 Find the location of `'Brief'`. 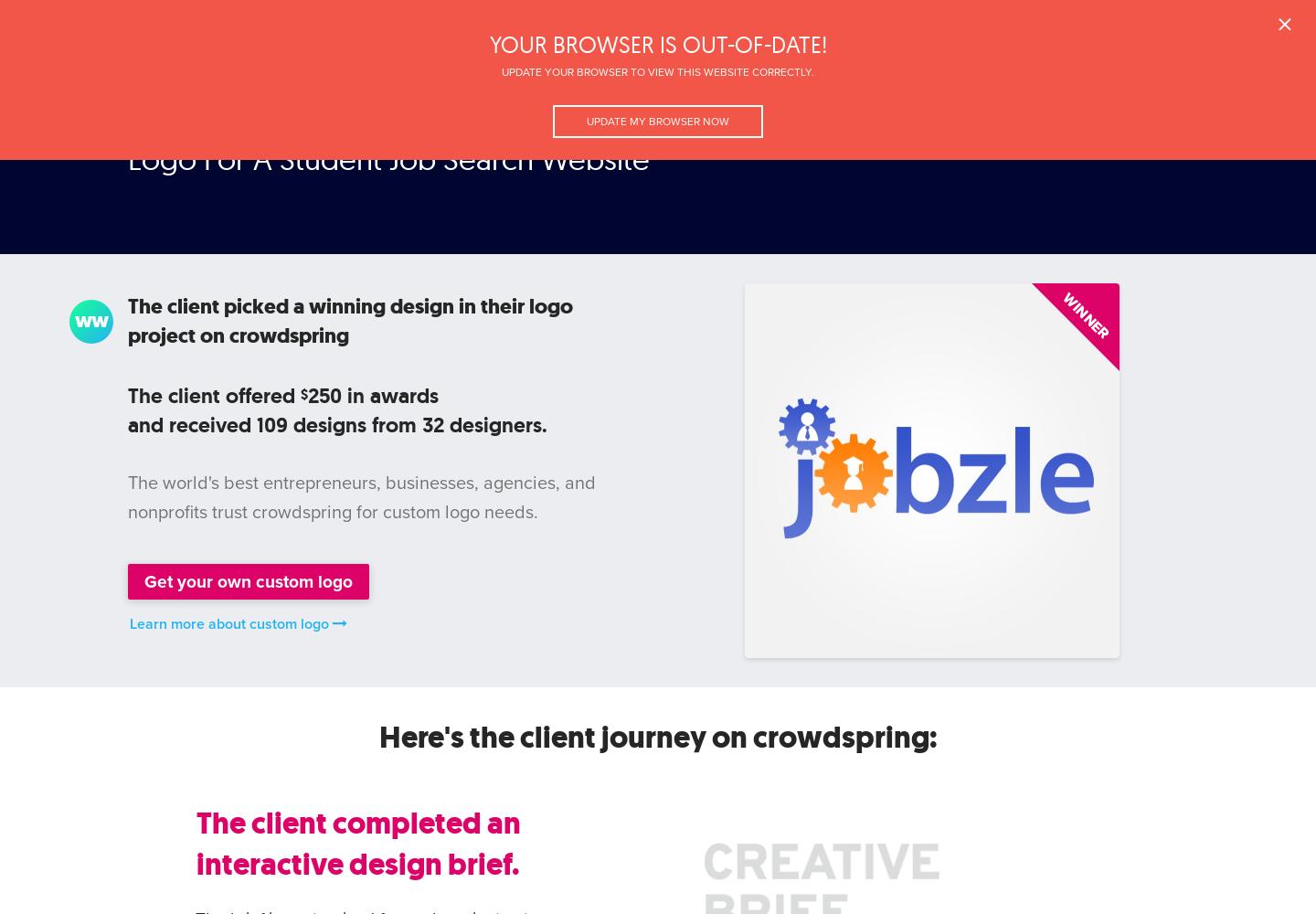

'Brief' is located at coordinates (534, 61).